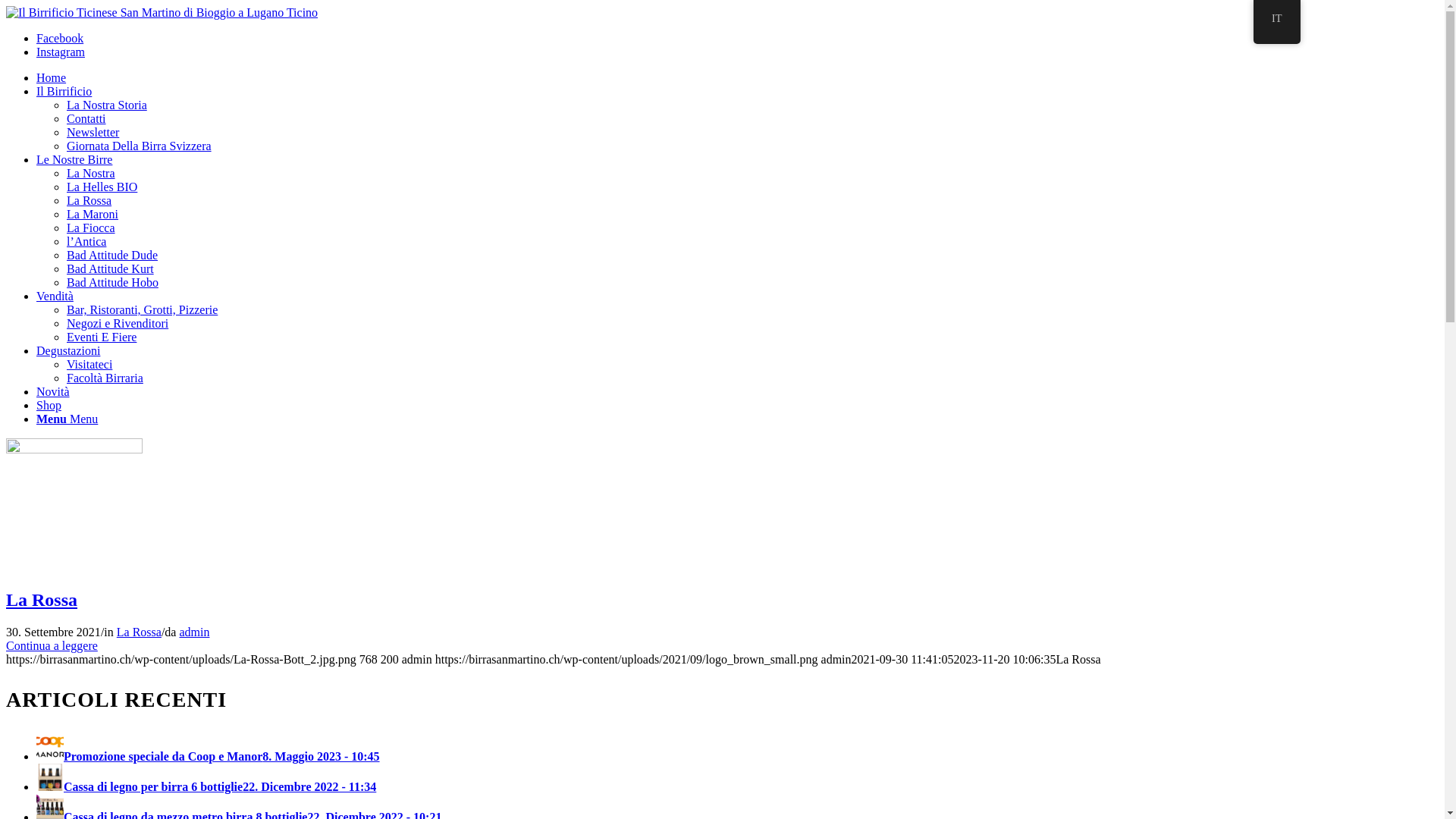 This screenshot has height=819, width=1456. What do you see at coordinates (111, 254) in the screenshot?
I see `'Bad Attitude Dude'` at bounding box center [111, 254].